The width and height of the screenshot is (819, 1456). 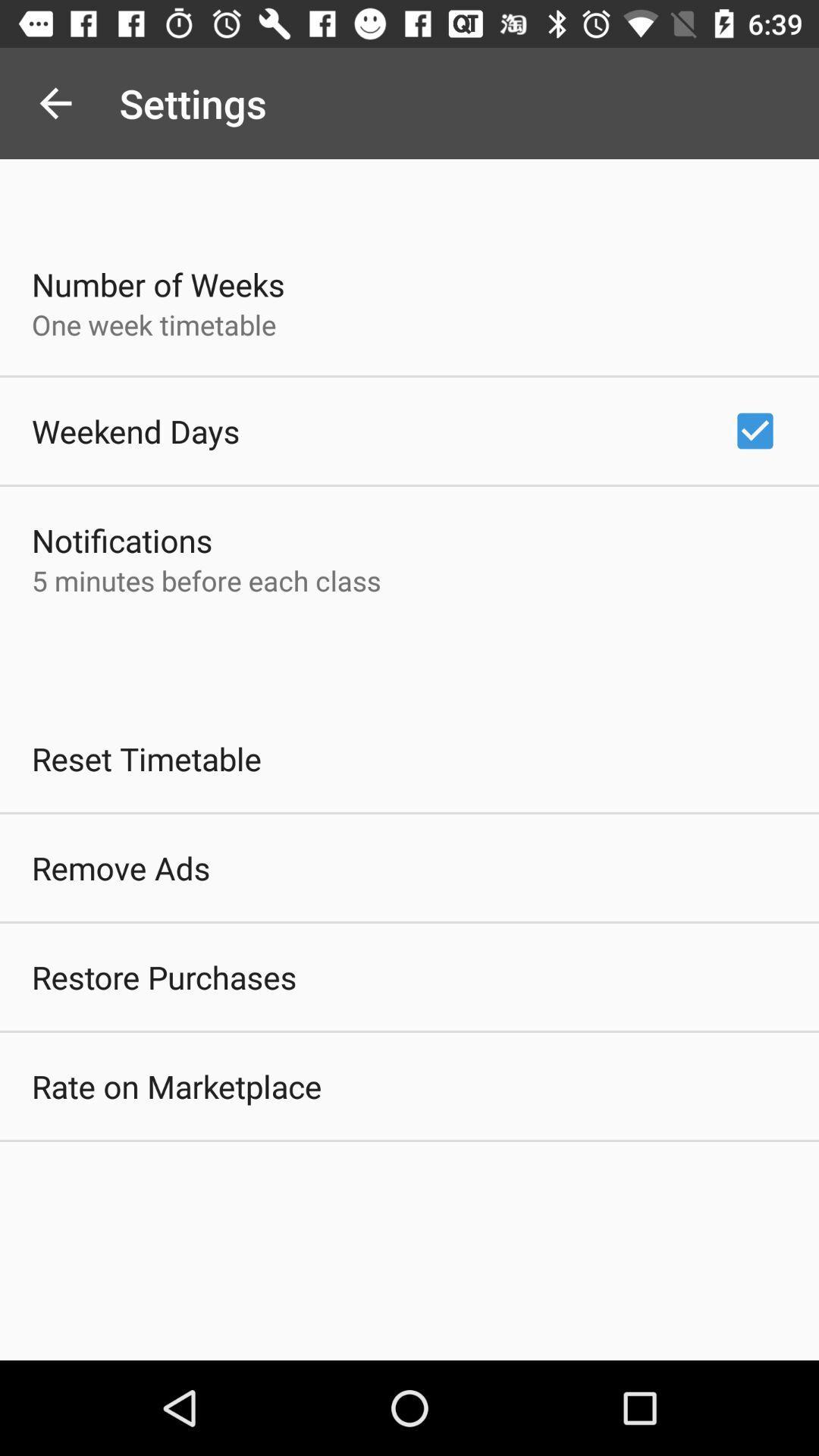 I want to click on item below reset timetable item, so click(x=120, y=868).